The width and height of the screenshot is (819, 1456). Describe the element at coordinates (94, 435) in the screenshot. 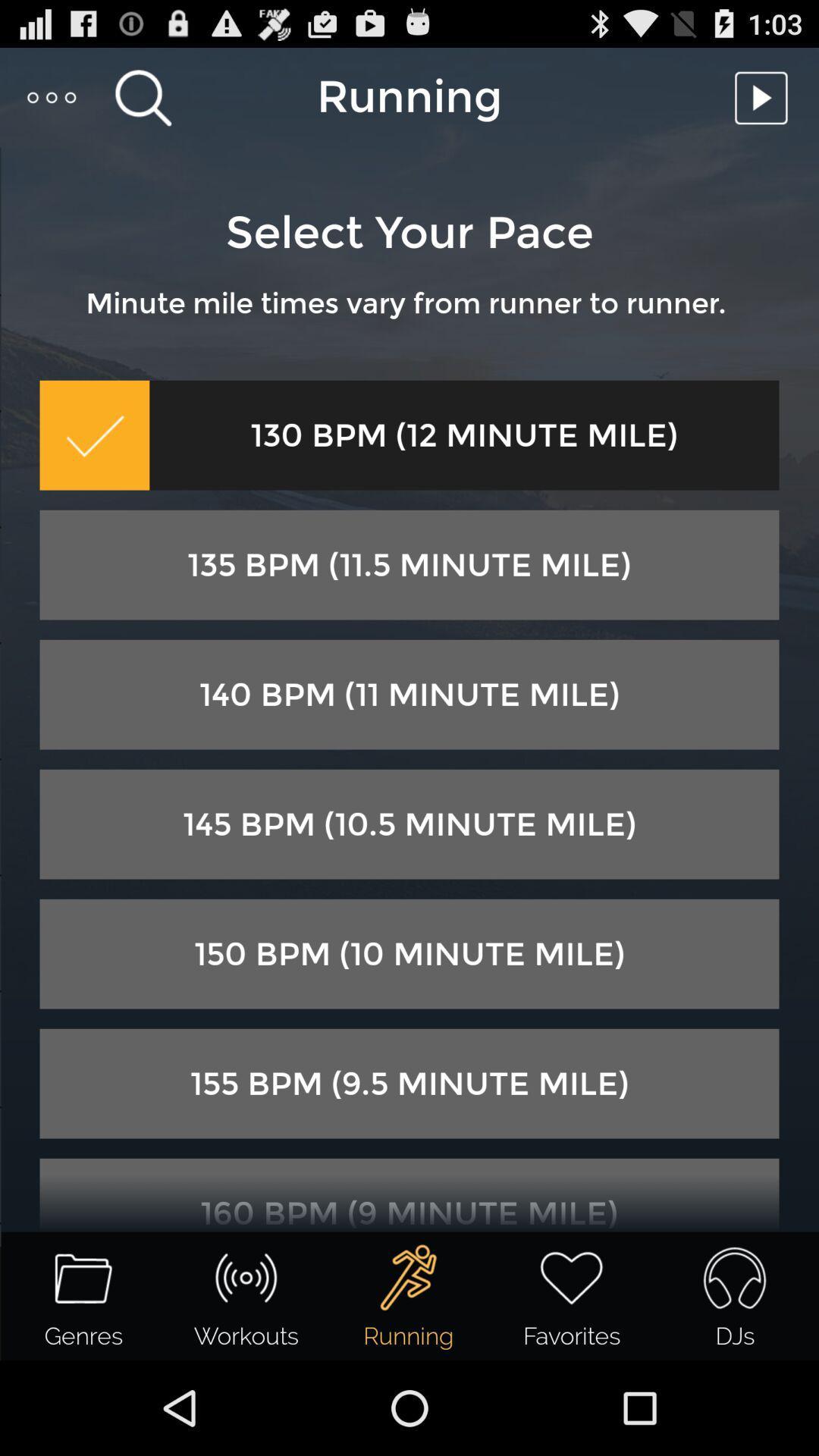

I see `icon to the left of 130 bpm 12` at that location.